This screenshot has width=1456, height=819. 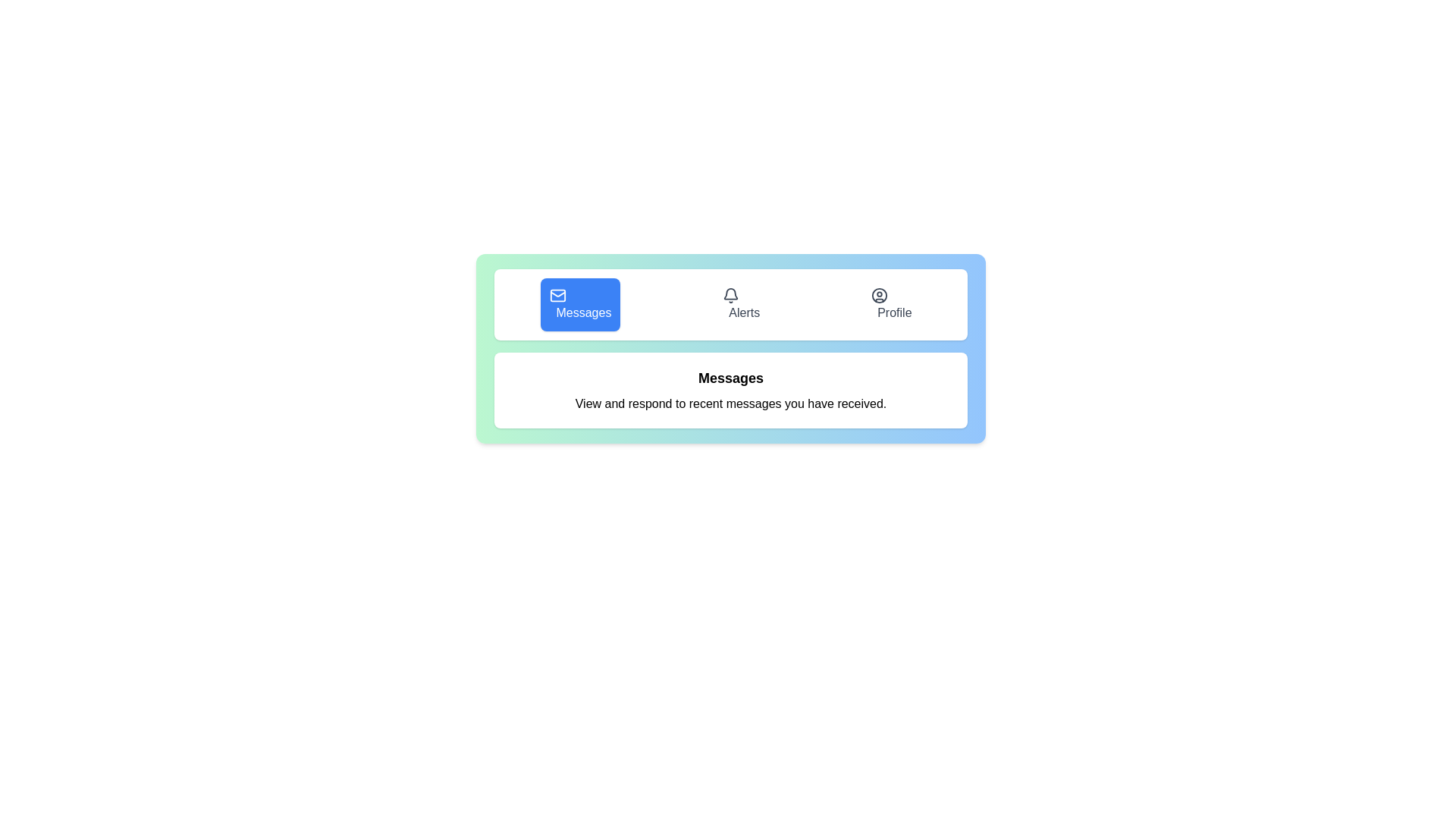 I want to click on the Profile tab by clicking on its button, so click(x=891, y=304).